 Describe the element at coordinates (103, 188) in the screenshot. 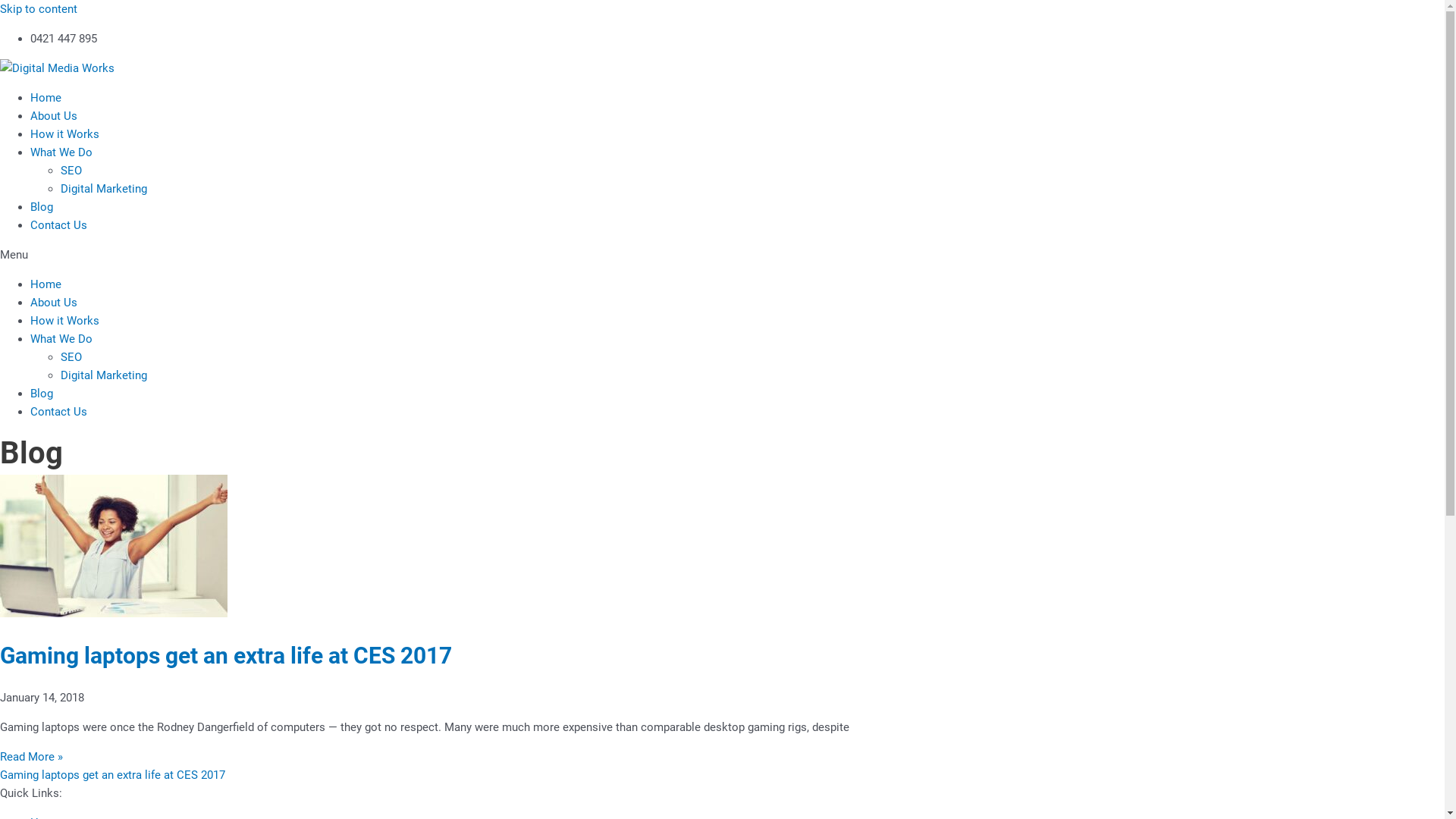

I see `'Digital Marketing'` at that location.